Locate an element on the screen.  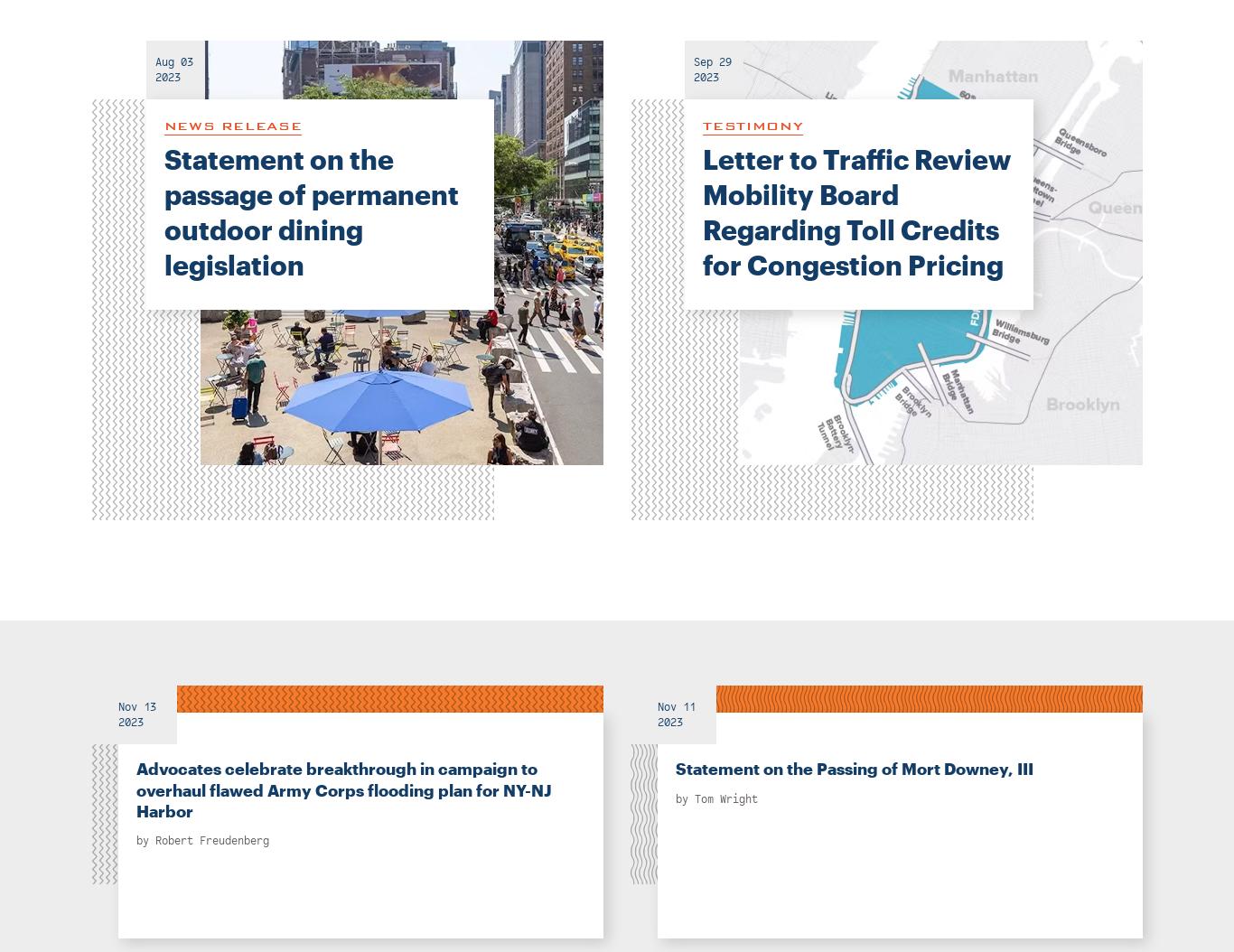
'Advocates celebrate breakthrough in campaign to overhaul flawed Army Corps flooding plan for NY-NJ Harbor' is located at coordinates (342, 789).